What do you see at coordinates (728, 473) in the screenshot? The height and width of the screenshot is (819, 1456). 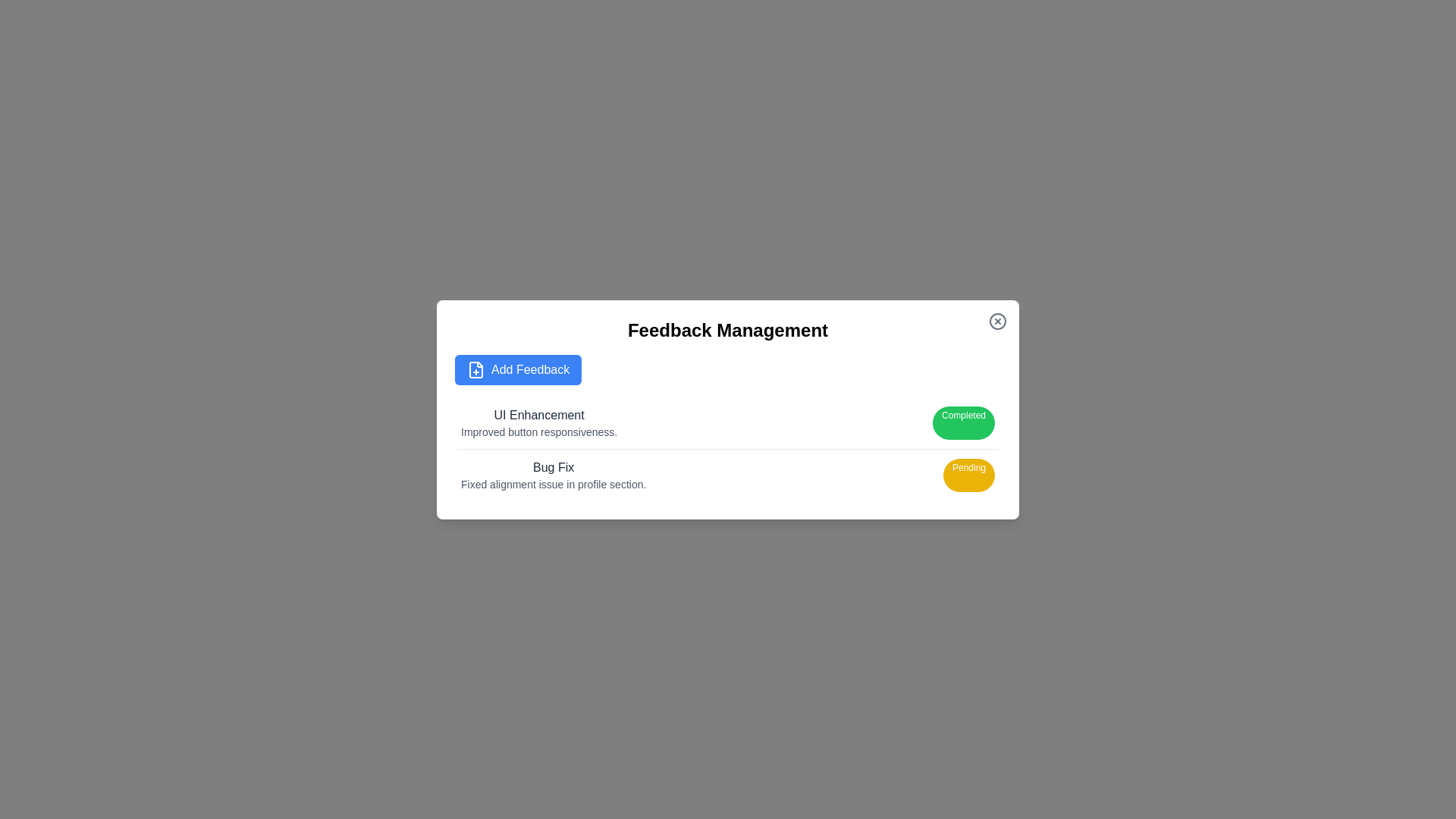 I see `the second list item` at bounding box center [728, 473].